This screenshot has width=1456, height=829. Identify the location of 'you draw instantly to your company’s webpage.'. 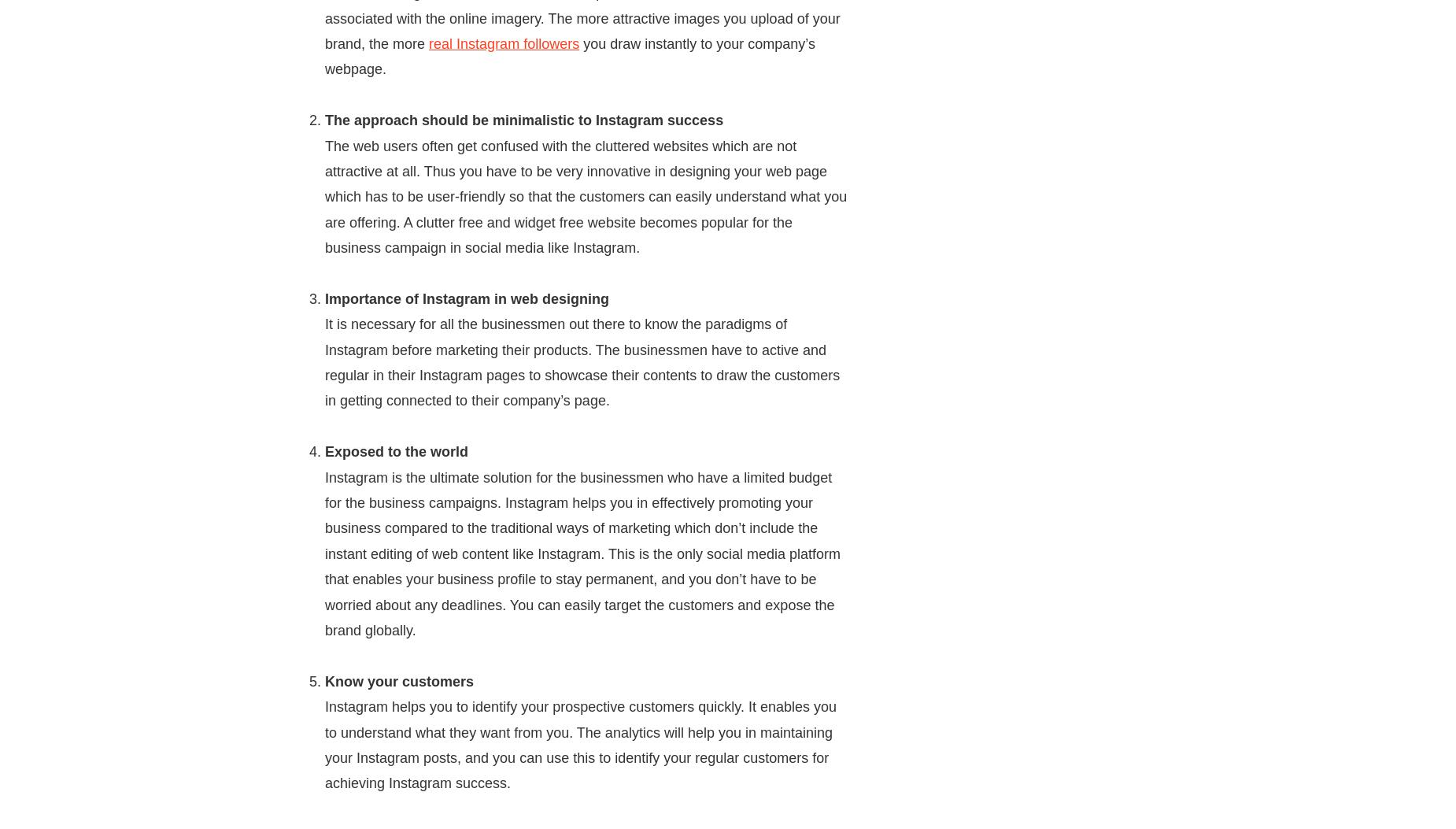
(570, 55).